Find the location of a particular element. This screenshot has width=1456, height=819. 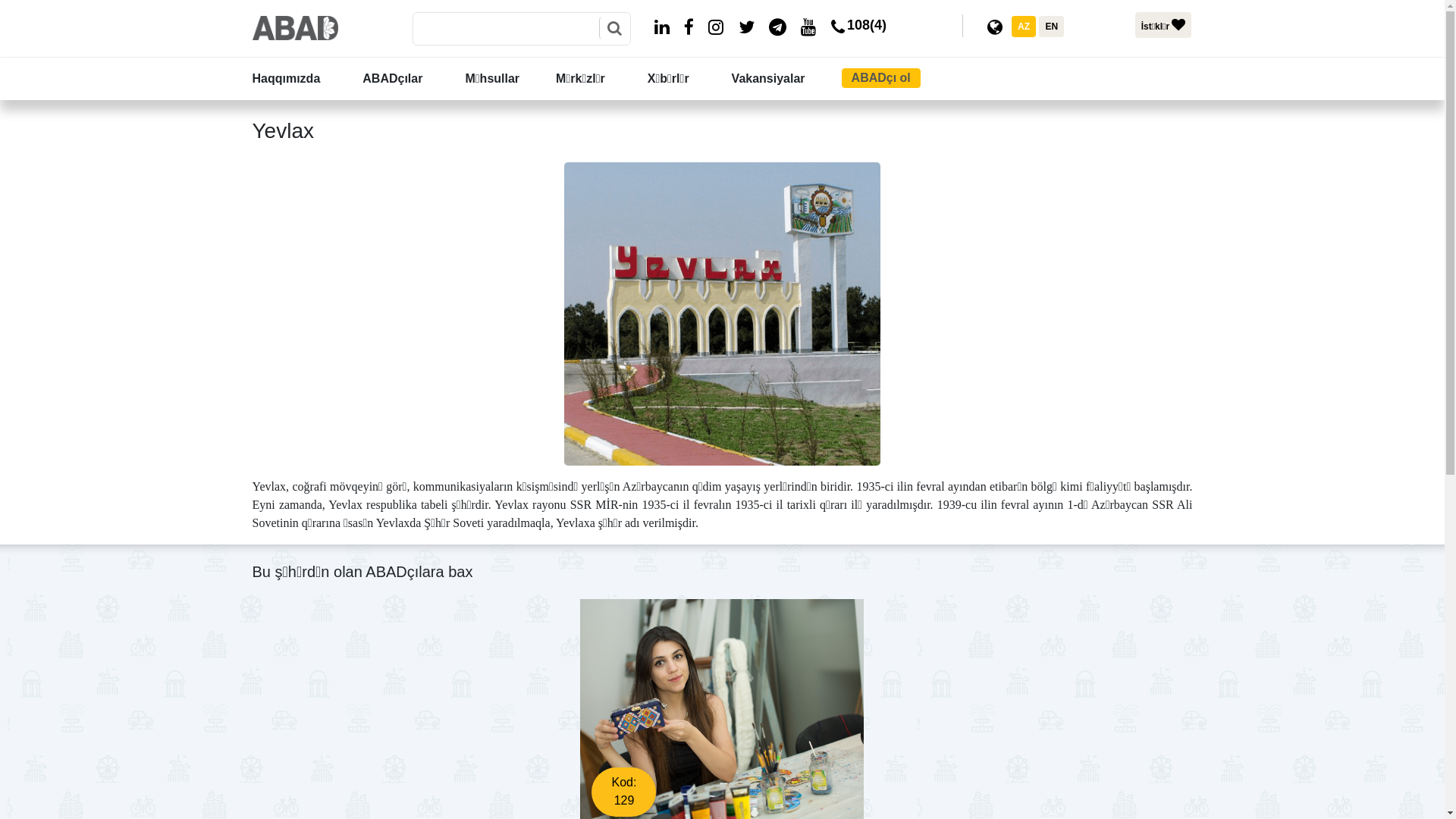

'EN' is located at coordinates (1037, 26).